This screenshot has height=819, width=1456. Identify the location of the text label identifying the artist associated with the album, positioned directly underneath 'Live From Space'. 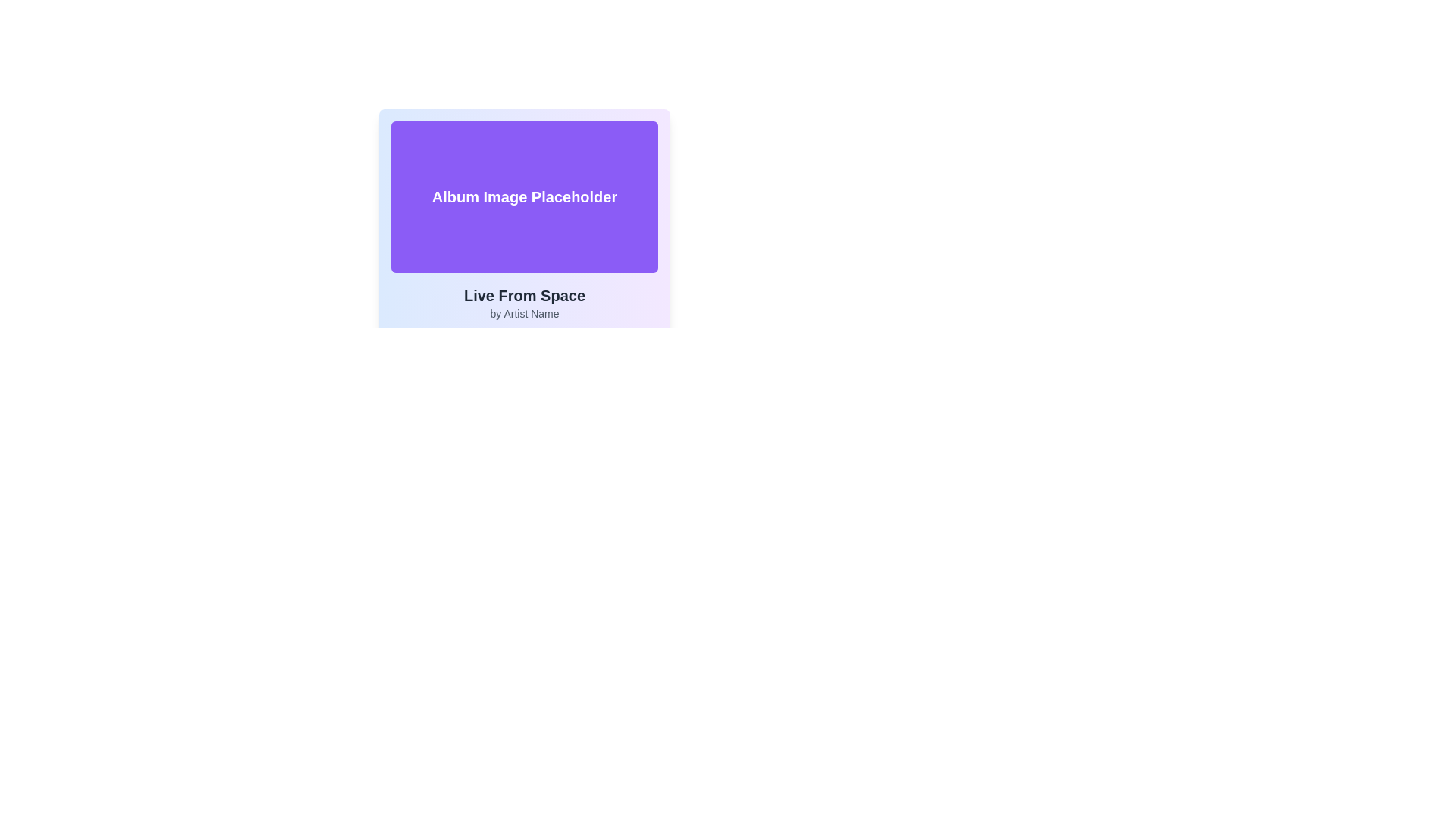
(524, 312).